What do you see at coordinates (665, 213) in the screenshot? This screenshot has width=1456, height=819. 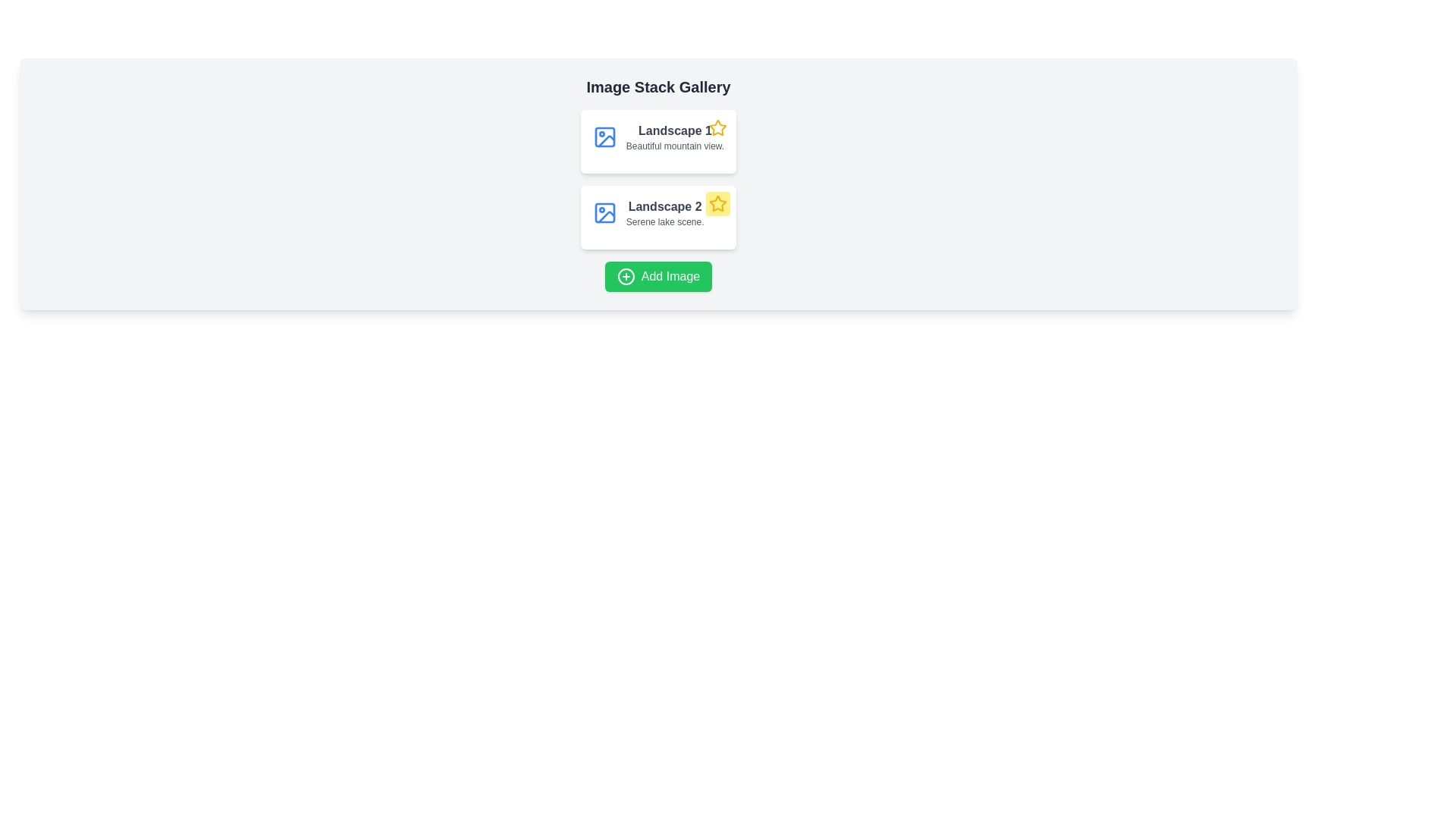 I see `textual informative block that contains the title 'Landscape 2' and description 'Serene lake scene.' This block is the second item in a vertical stack within the 'Image Stack Gallery' section, positioned centrally with a blue landscape icon to its left and a yellow star icon to its right` at bounding box center [665, 213].